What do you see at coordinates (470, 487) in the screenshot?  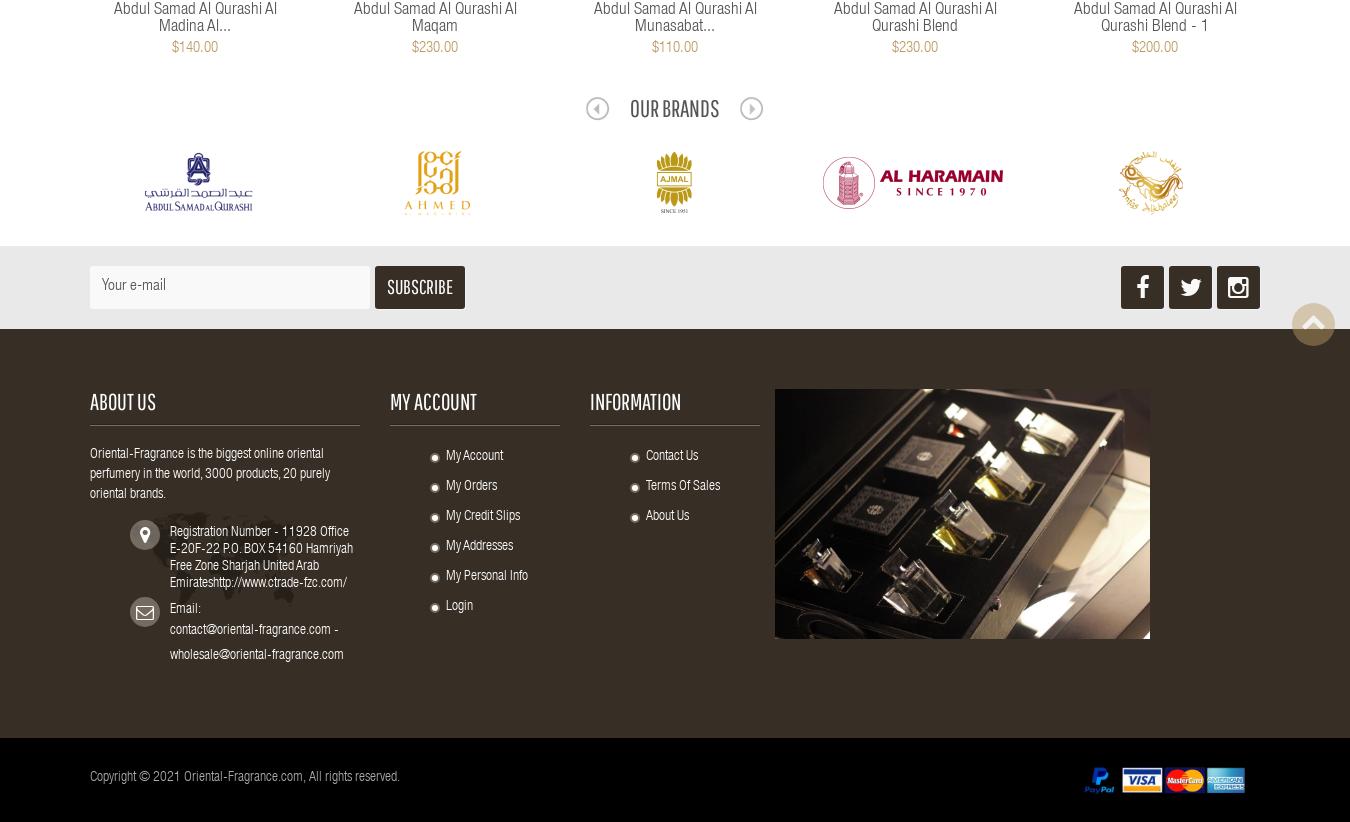 I see `'My orders'` at bounding box center [470, 487].